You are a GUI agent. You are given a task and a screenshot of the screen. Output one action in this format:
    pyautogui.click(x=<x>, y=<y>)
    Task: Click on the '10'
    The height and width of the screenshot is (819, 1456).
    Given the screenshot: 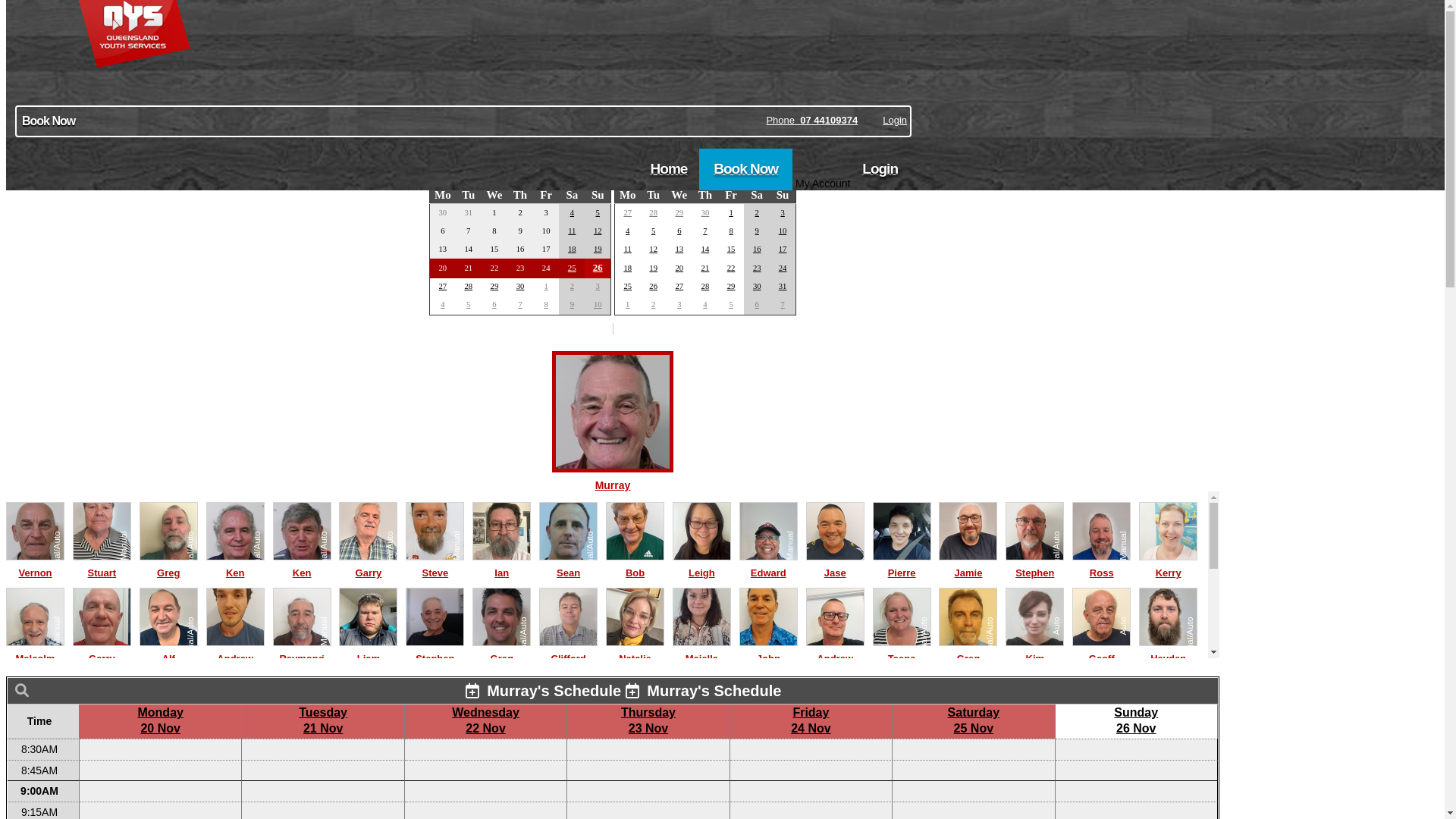 What is the action you would take?
    pyautogui.click(x=783, y=231)
    